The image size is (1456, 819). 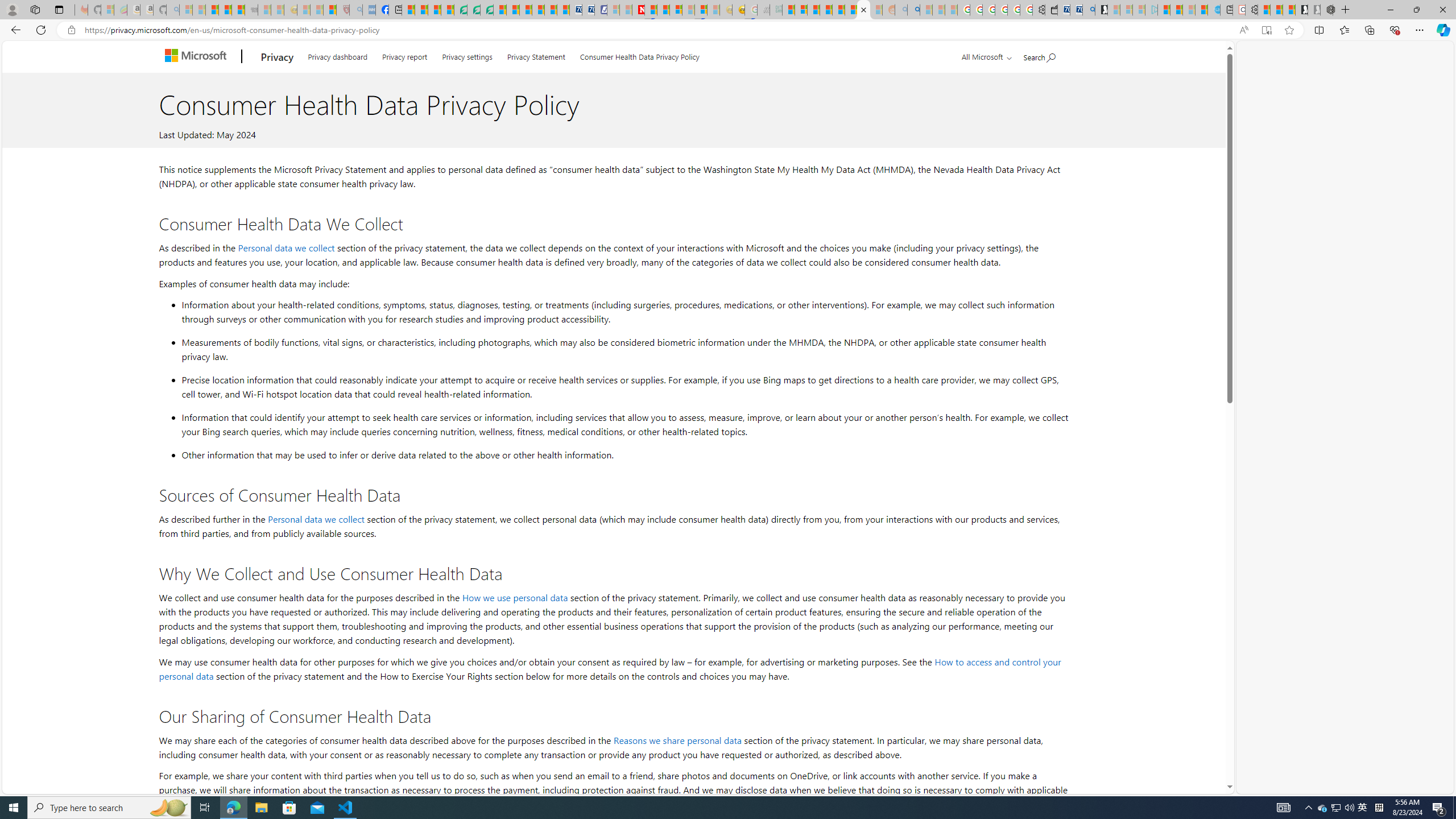 I want to click on 'Wallet', so click(x=1050, y=9).